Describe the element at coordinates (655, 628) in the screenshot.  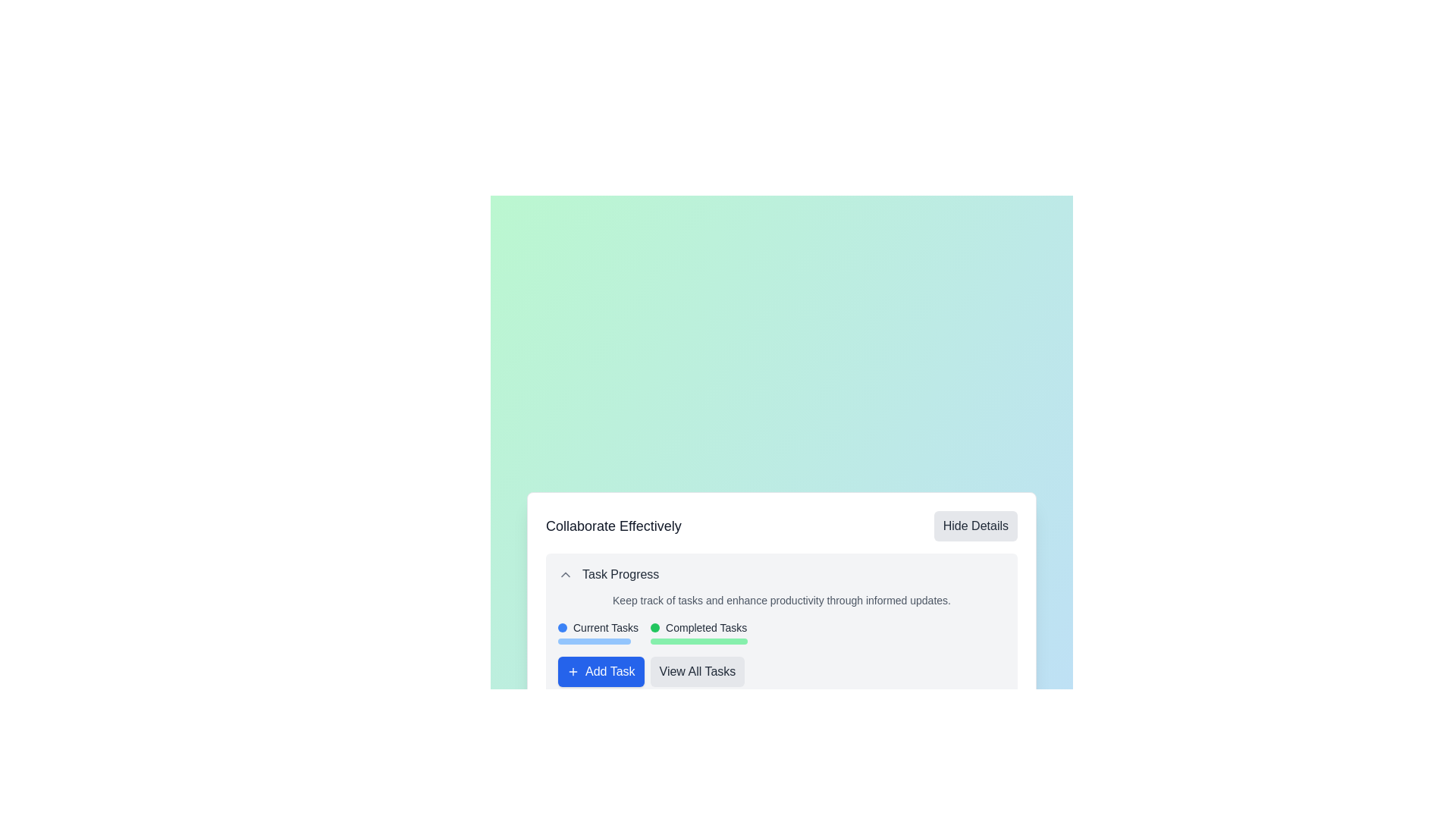
I see `the small, circular green indicator dot located to the left of the 'Completed Tasks' label` at that location.